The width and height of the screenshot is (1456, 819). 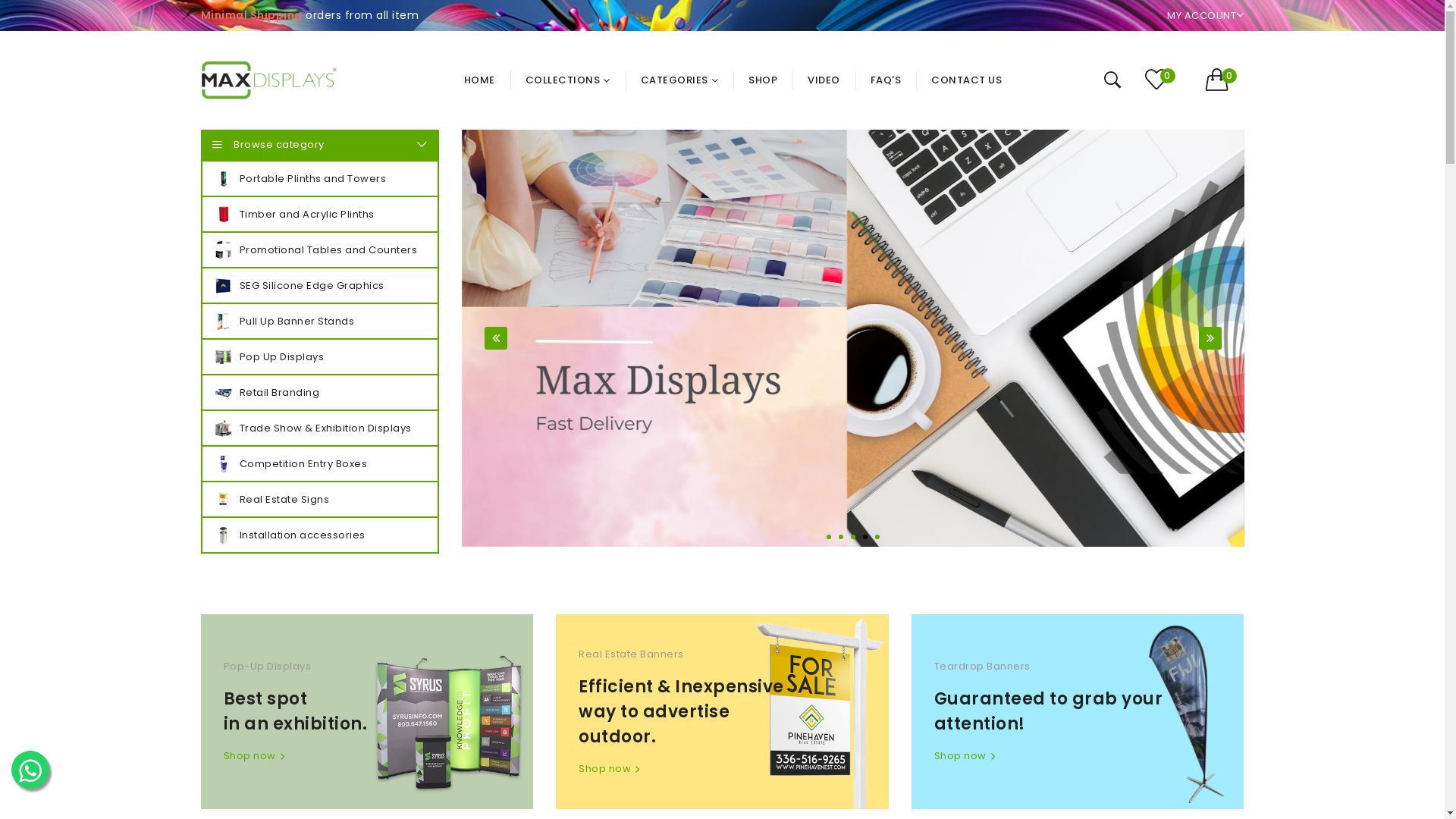 What do you see at coordinates (318, 285) in the screenshot?
I see `'SEG Silicone Edge Graphics'` at bounding box center [318, 285].